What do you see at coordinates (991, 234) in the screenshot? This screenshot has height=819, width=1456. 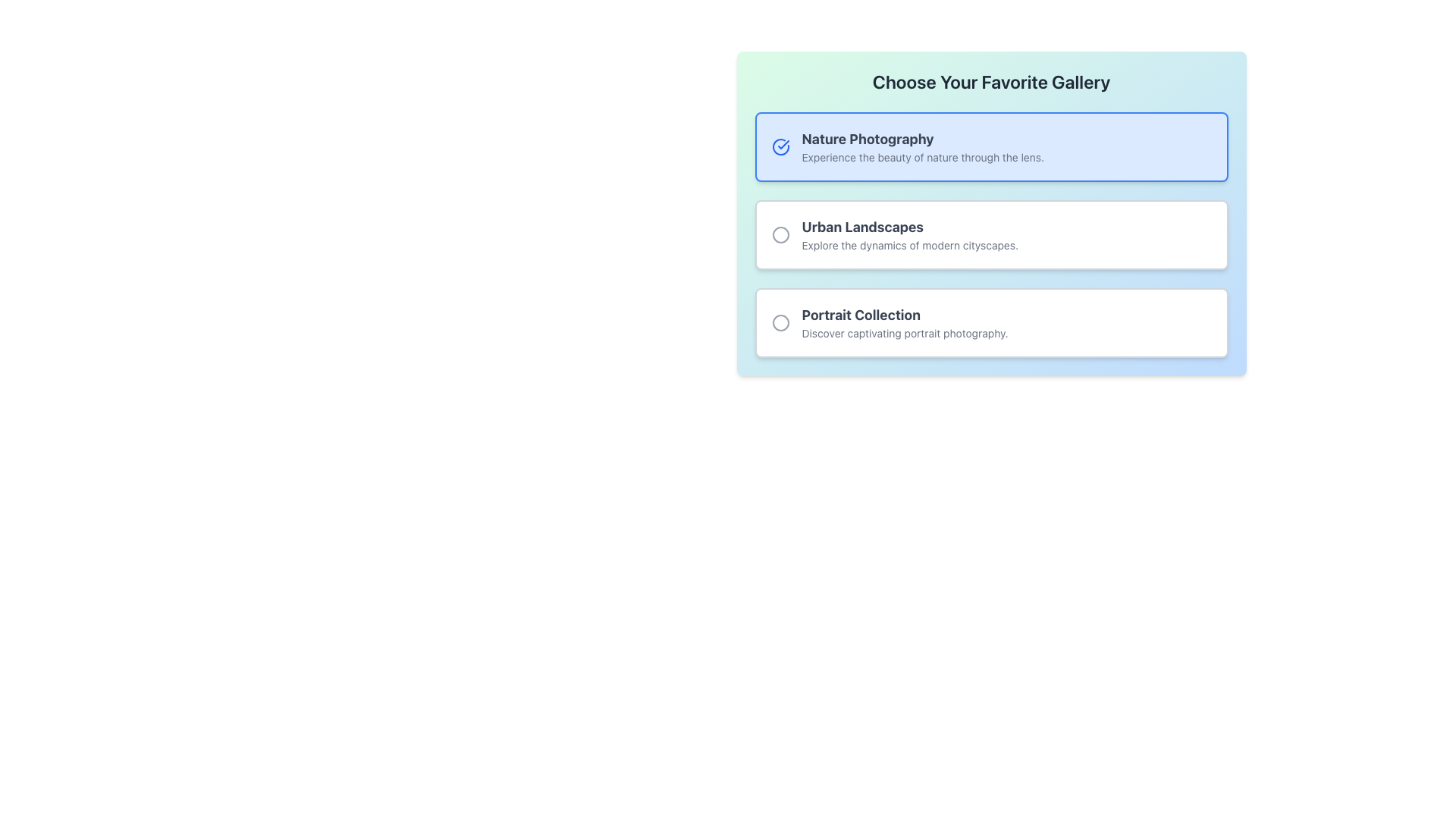 I see `the 'Urban Landscapes' interactive card option in the gallery selection interface to trigger a scale animation` at bounding box center [991, 234].